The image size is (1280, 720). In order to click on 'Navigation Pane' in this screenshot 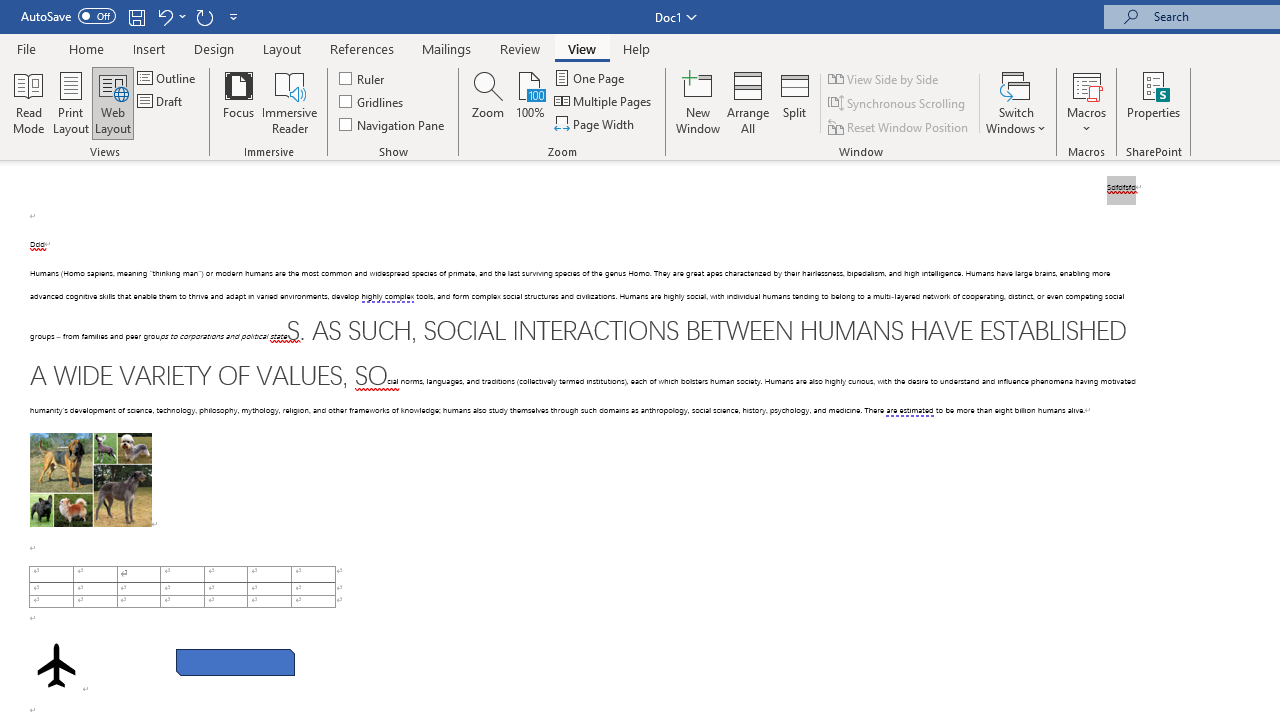, I will do `click(392, 124)`.